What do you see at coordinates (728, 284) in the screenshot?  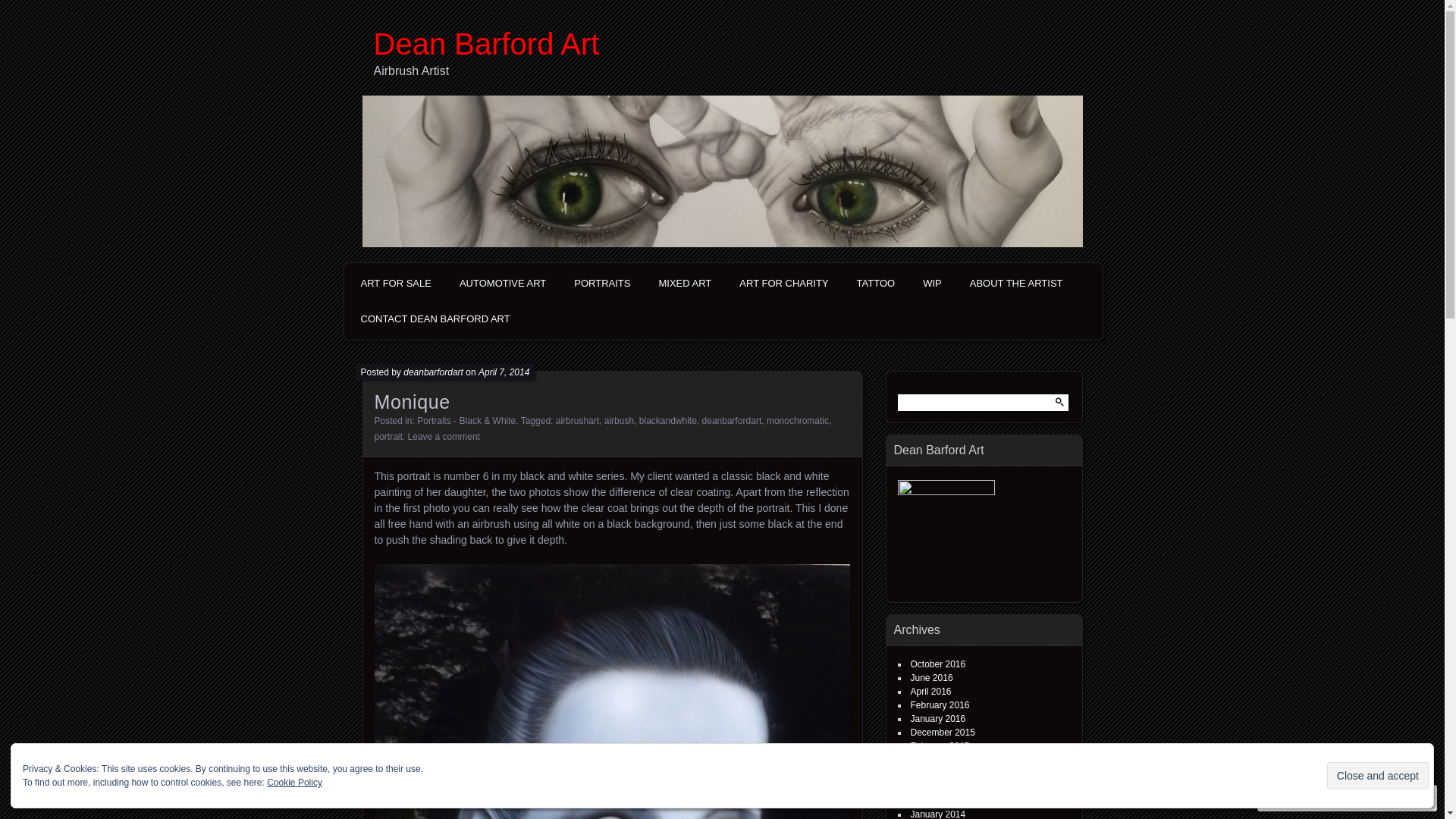 I see `'ART FOR CHARITY'` at bounding box center [728, 284].